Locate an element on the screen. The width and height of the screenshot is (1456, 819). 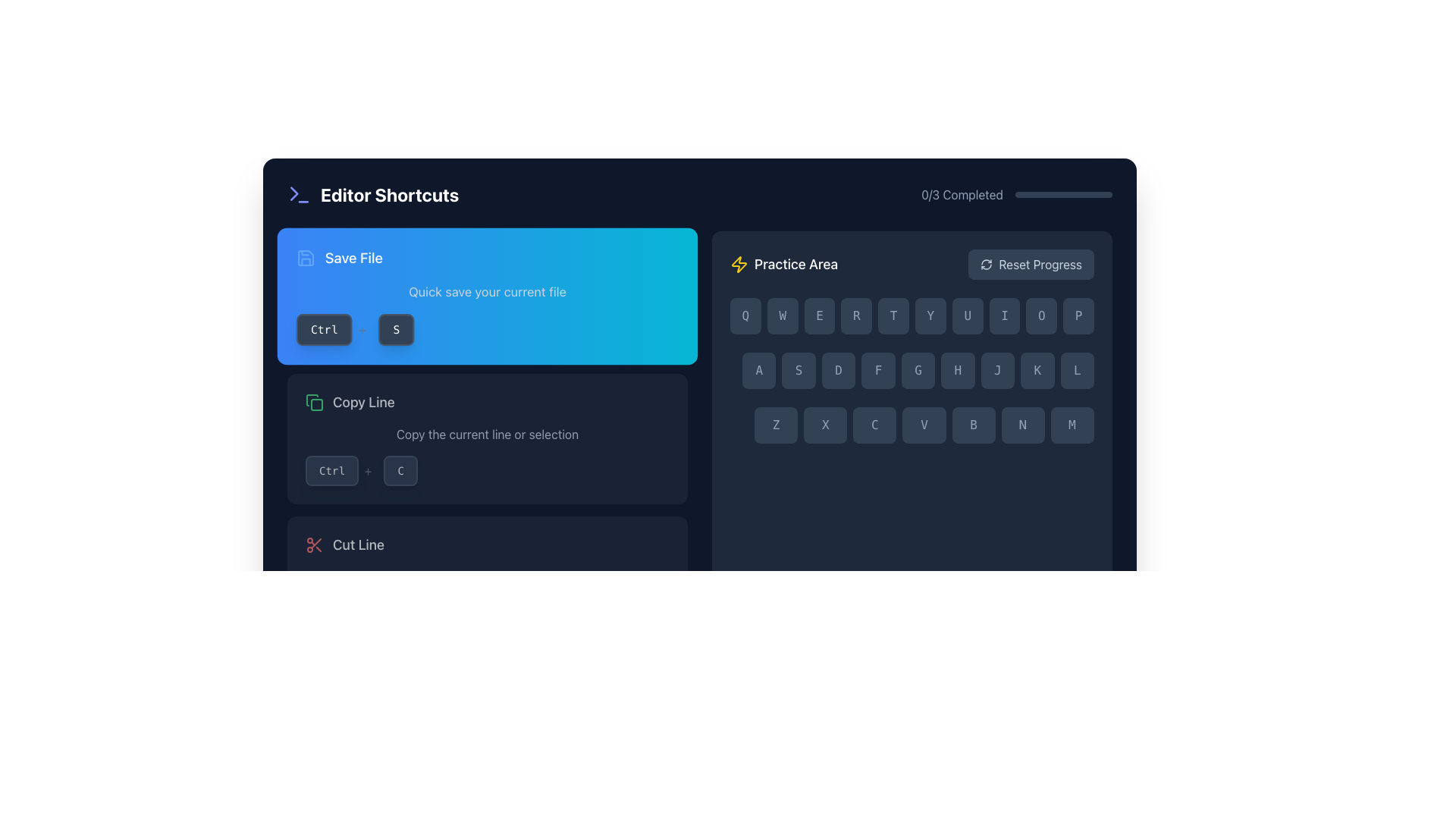
the style and content of the button-like label that has the text 'Ctrl', a dark slate-gray background, and is located in the 'Save File' shortcut section is located at coordinates (331, 613).